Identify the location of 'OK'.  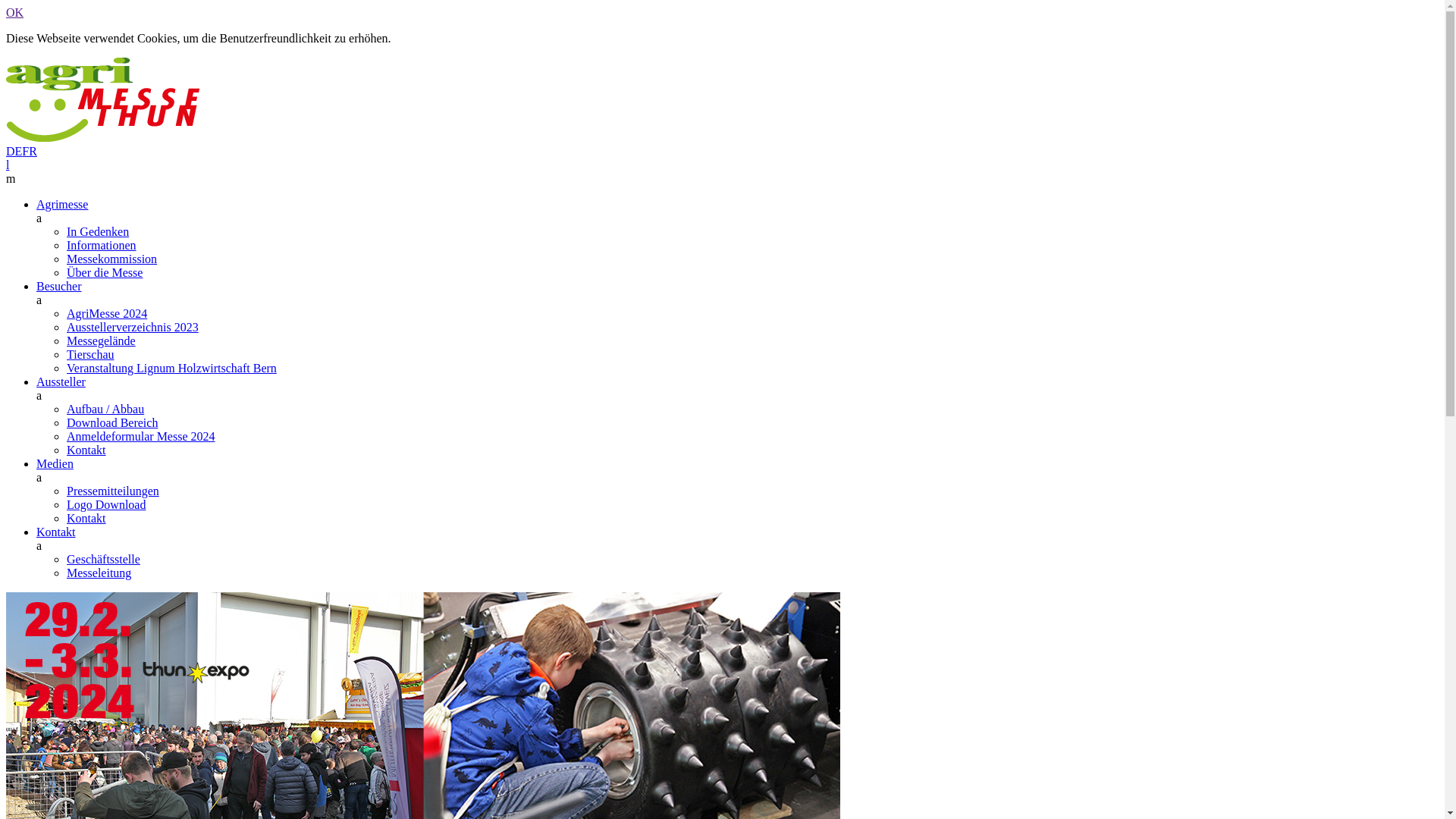
(14, 12).